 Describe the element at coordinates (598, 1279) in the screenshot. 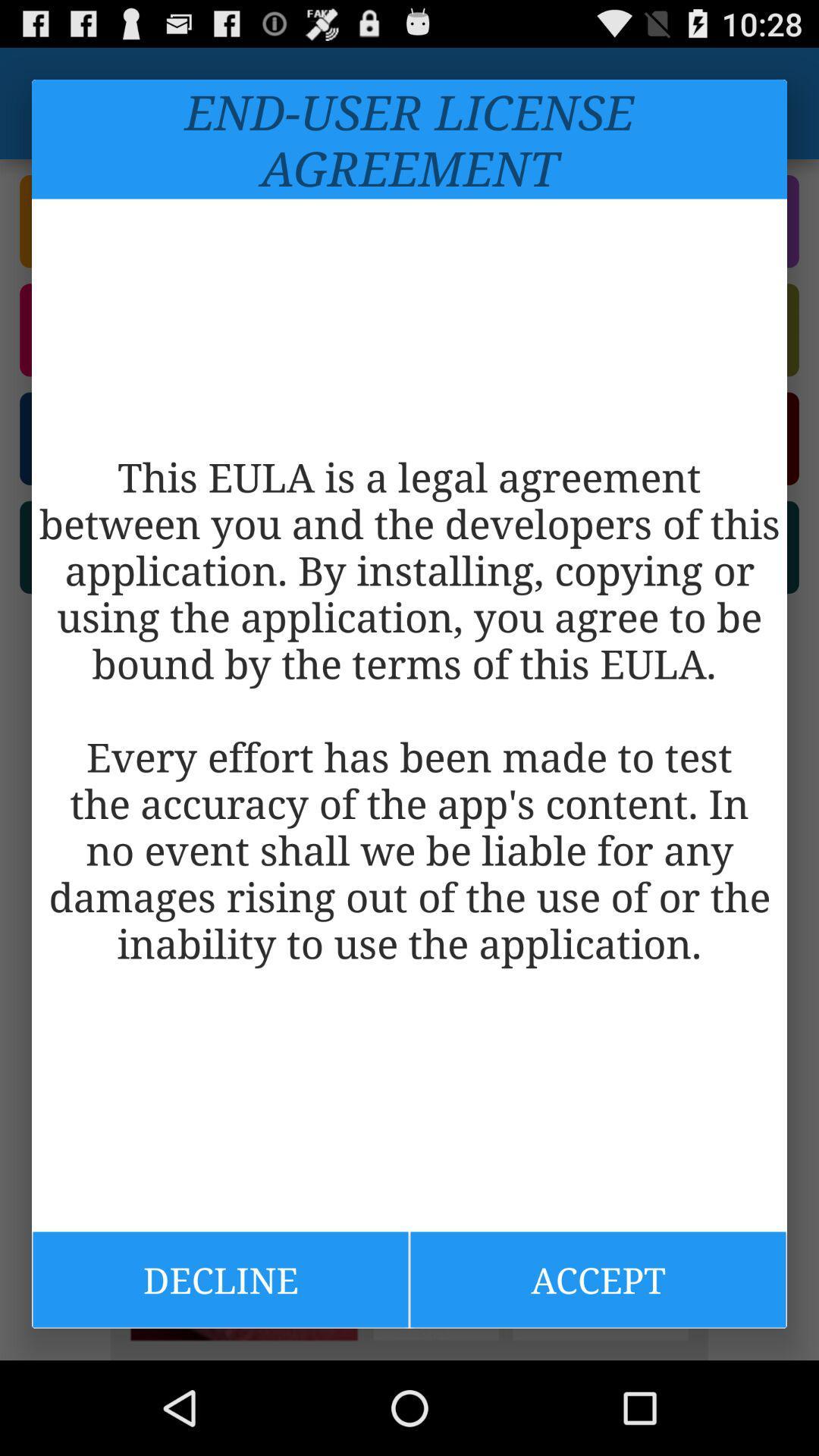

I see `the accept item` at that location.